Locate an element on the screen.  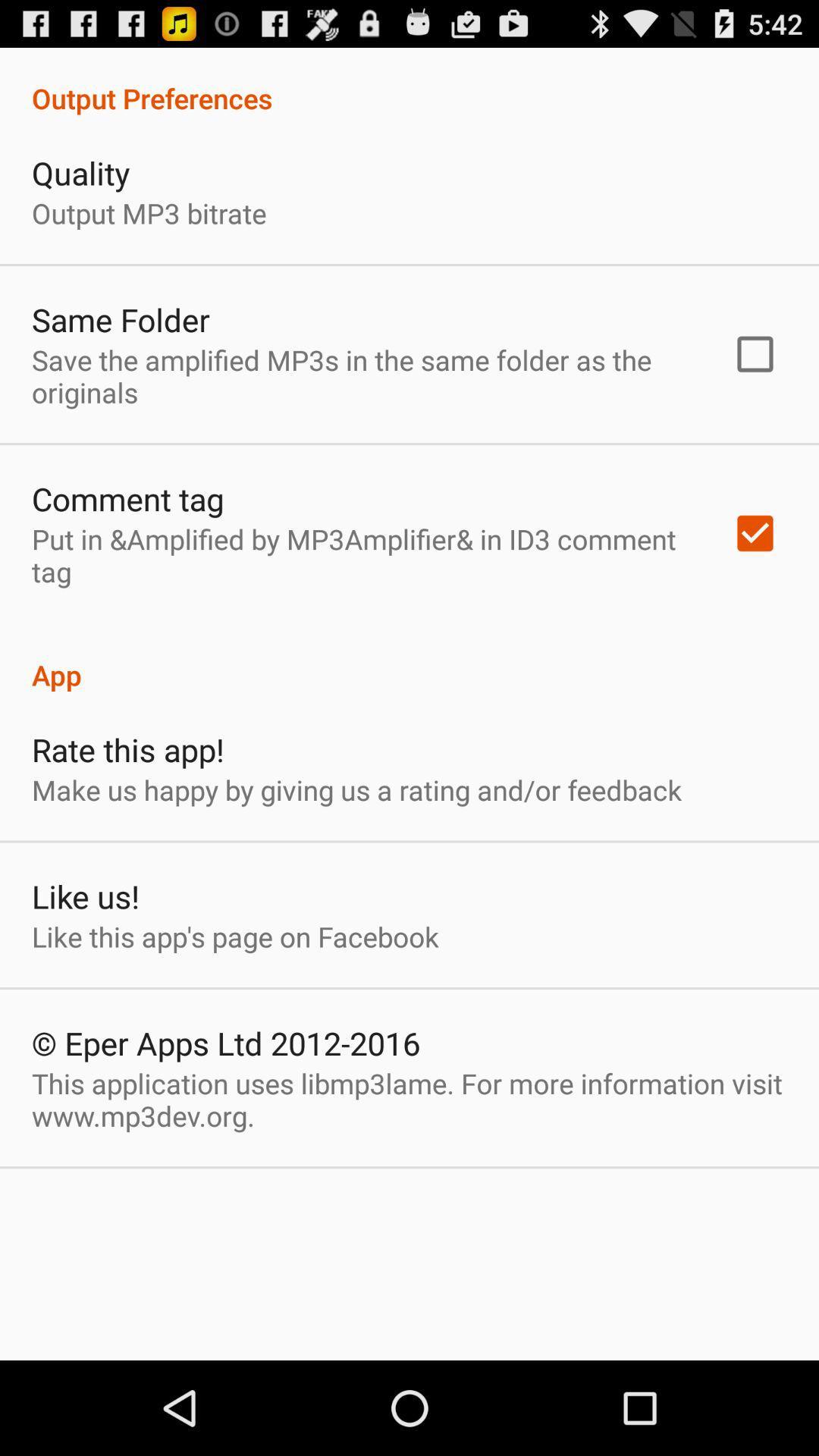
the like us! is located at coordinates (85, 896).